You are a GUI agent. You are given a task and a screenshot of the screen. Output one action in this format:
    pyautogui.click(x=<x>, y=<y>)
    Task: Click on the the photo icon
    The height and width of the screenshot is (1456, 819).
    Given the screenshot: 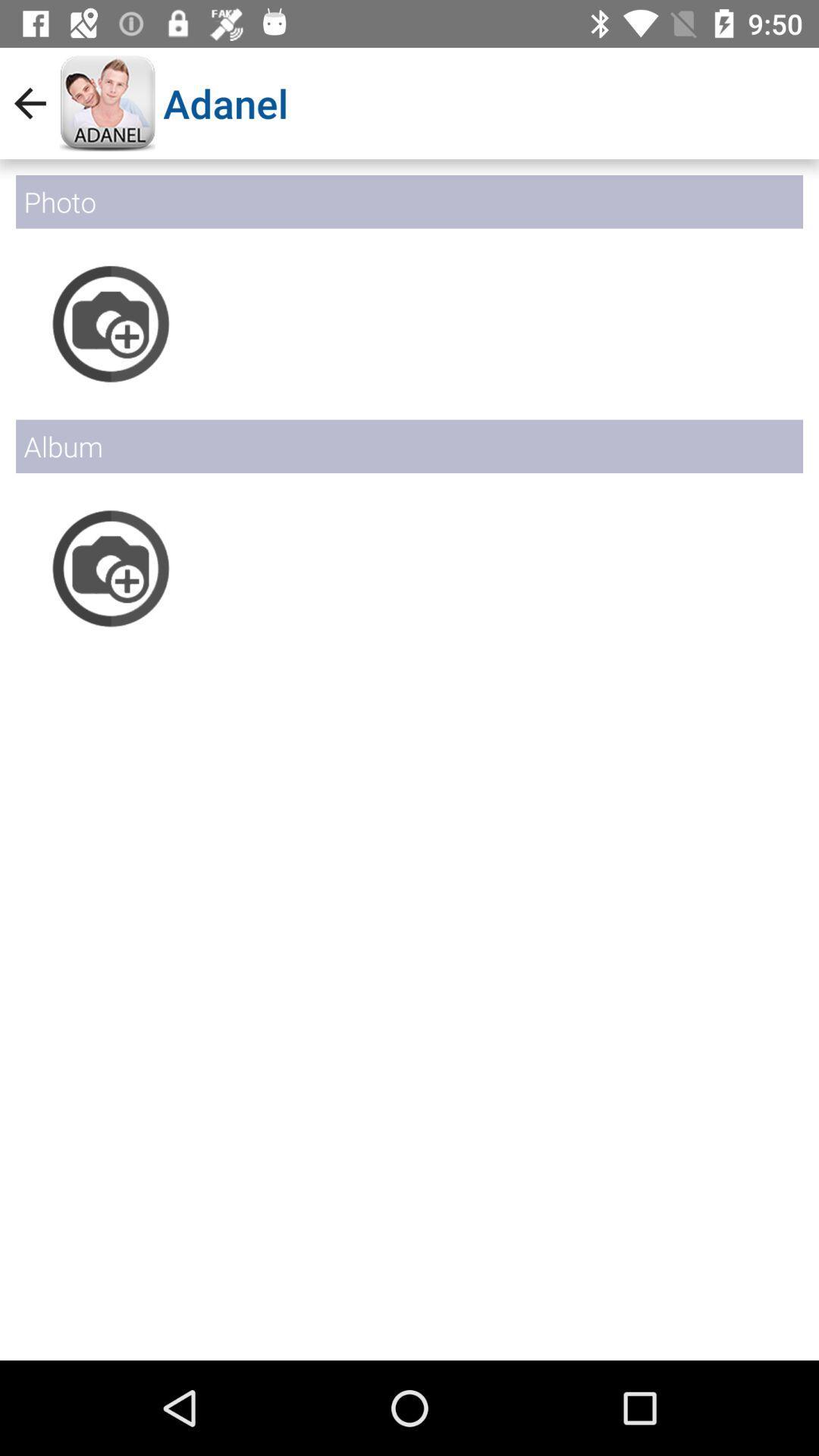 What is the action you would take?
    pyautogui.click(x=110, y=567)
    